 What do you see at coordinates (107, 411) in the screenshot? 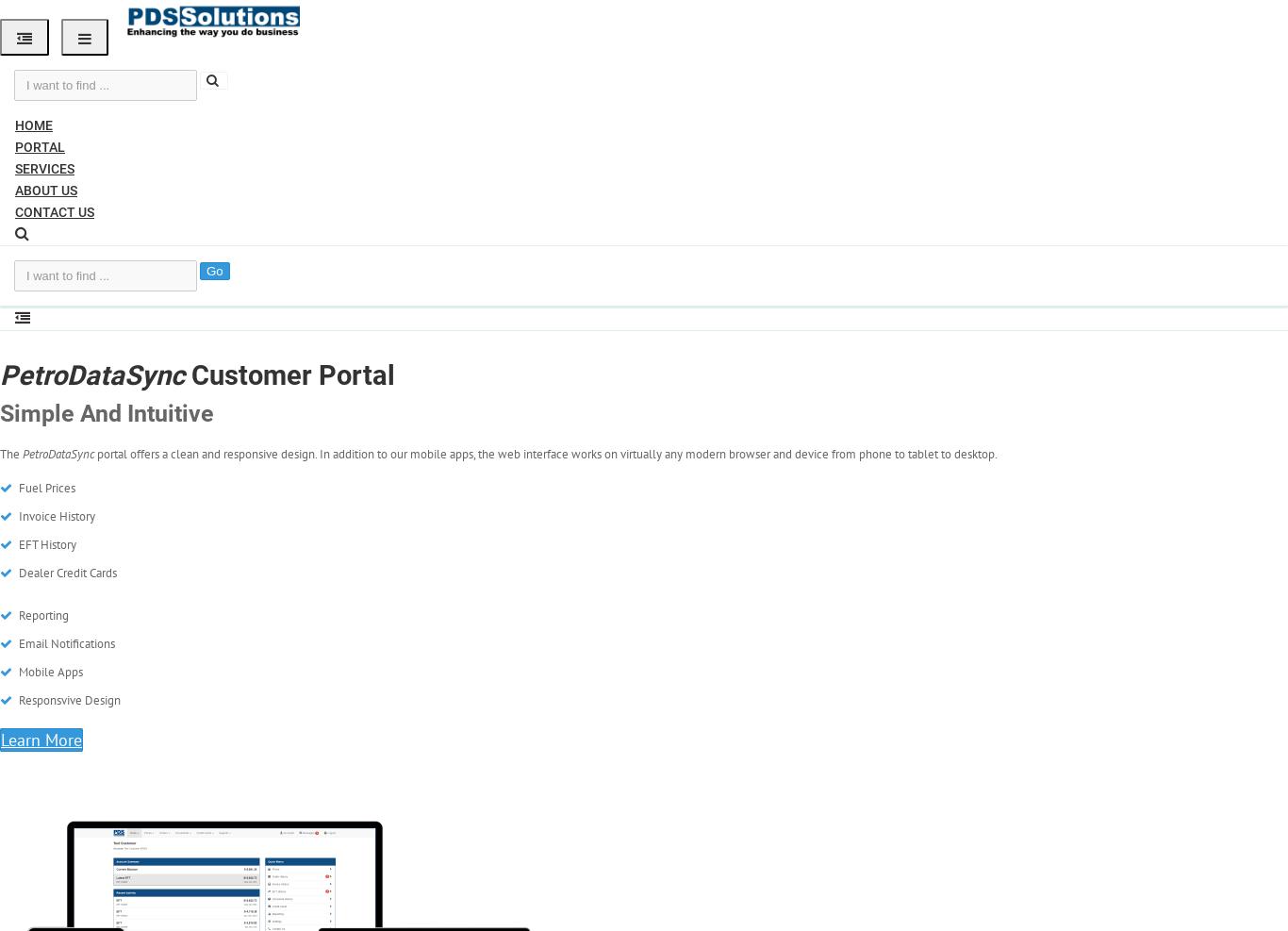
I see `'Simple and Intuitive'` at bounding box center [107, 411].